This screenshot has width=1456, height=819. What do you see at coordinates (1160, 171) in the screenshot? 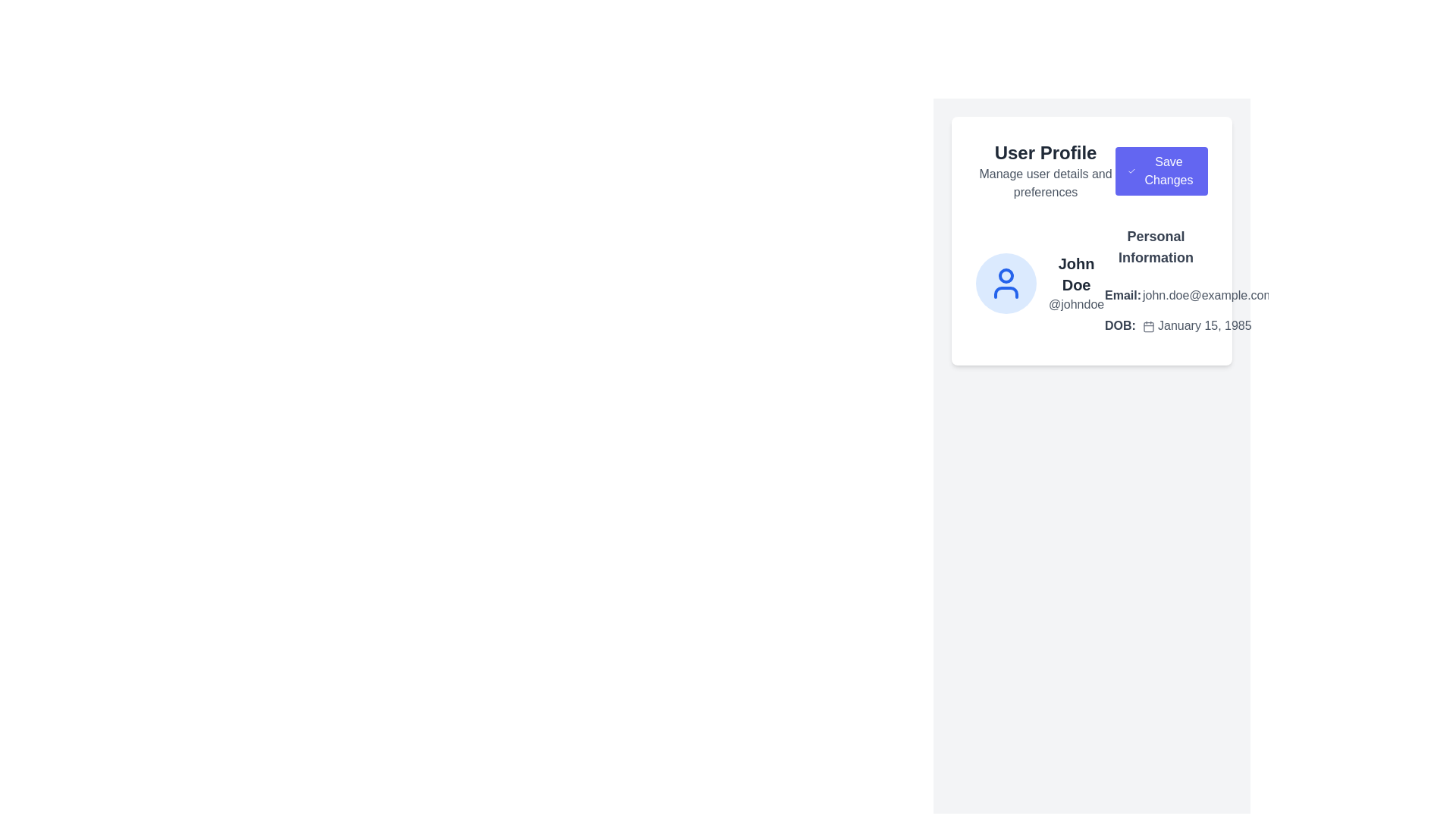
I see `the save changes button located at the top-right corner of the user profile card to change its appearance` at bounding box center [1160, 171].